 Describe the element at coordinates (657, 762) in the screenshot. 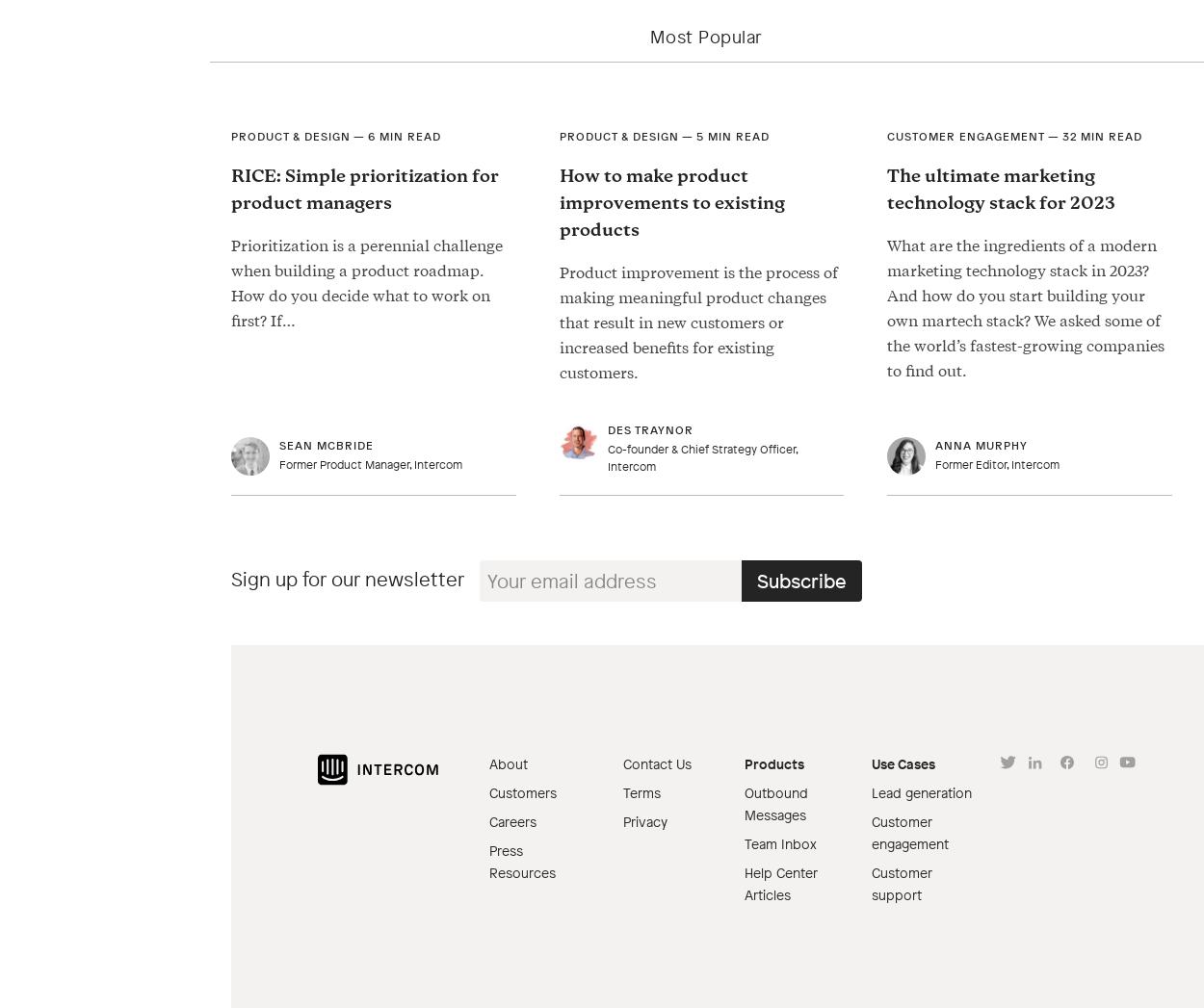

I see `'Contact Us'` at that location.